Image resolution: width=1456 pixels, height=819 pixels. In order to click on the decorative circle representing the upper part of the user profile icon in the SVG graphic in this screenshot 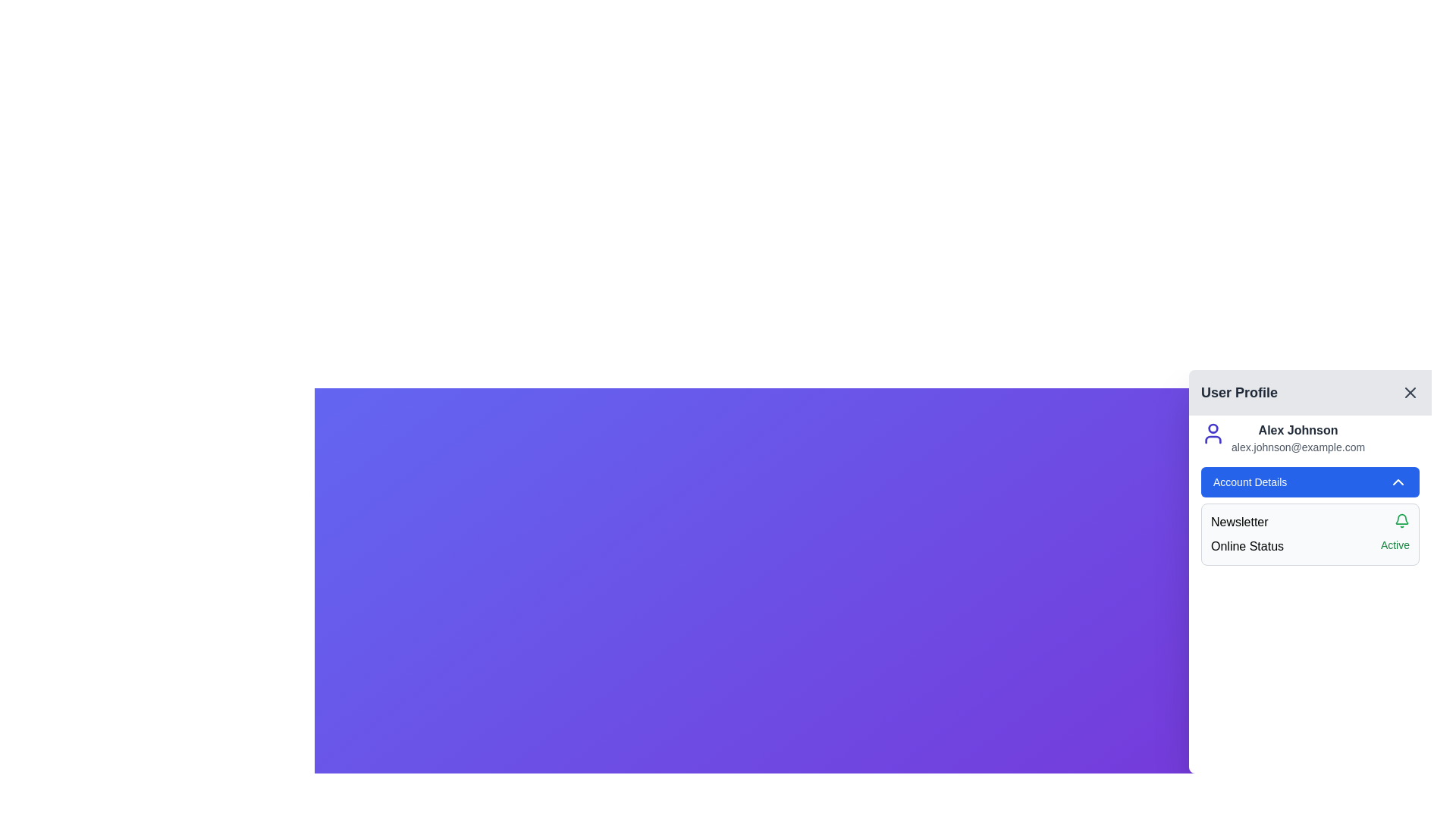, I will do `click(1212, 428)`.